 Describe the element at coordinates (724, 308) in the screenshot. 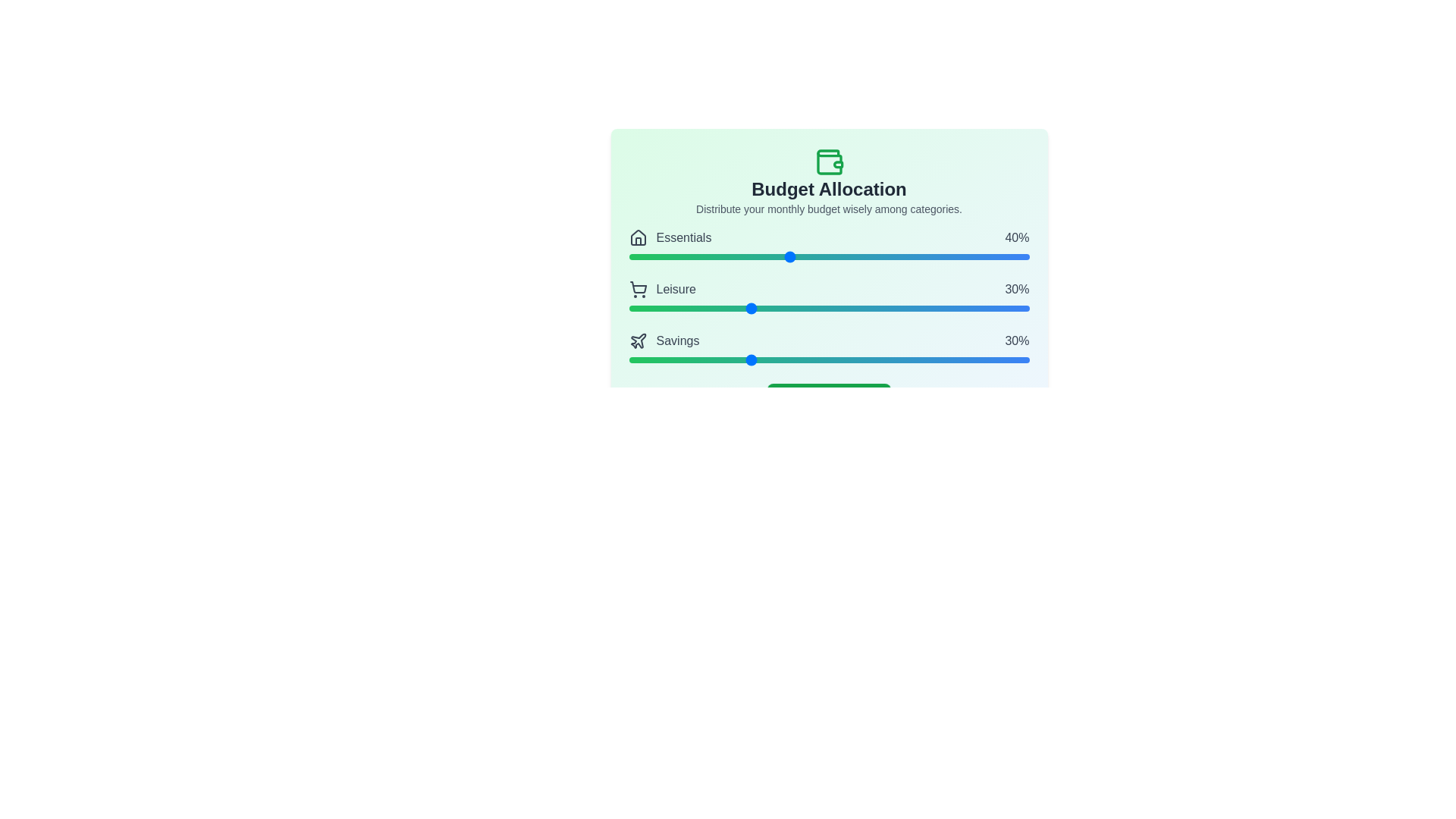

I see `the 'Leisure' slider to 24%` at that location.